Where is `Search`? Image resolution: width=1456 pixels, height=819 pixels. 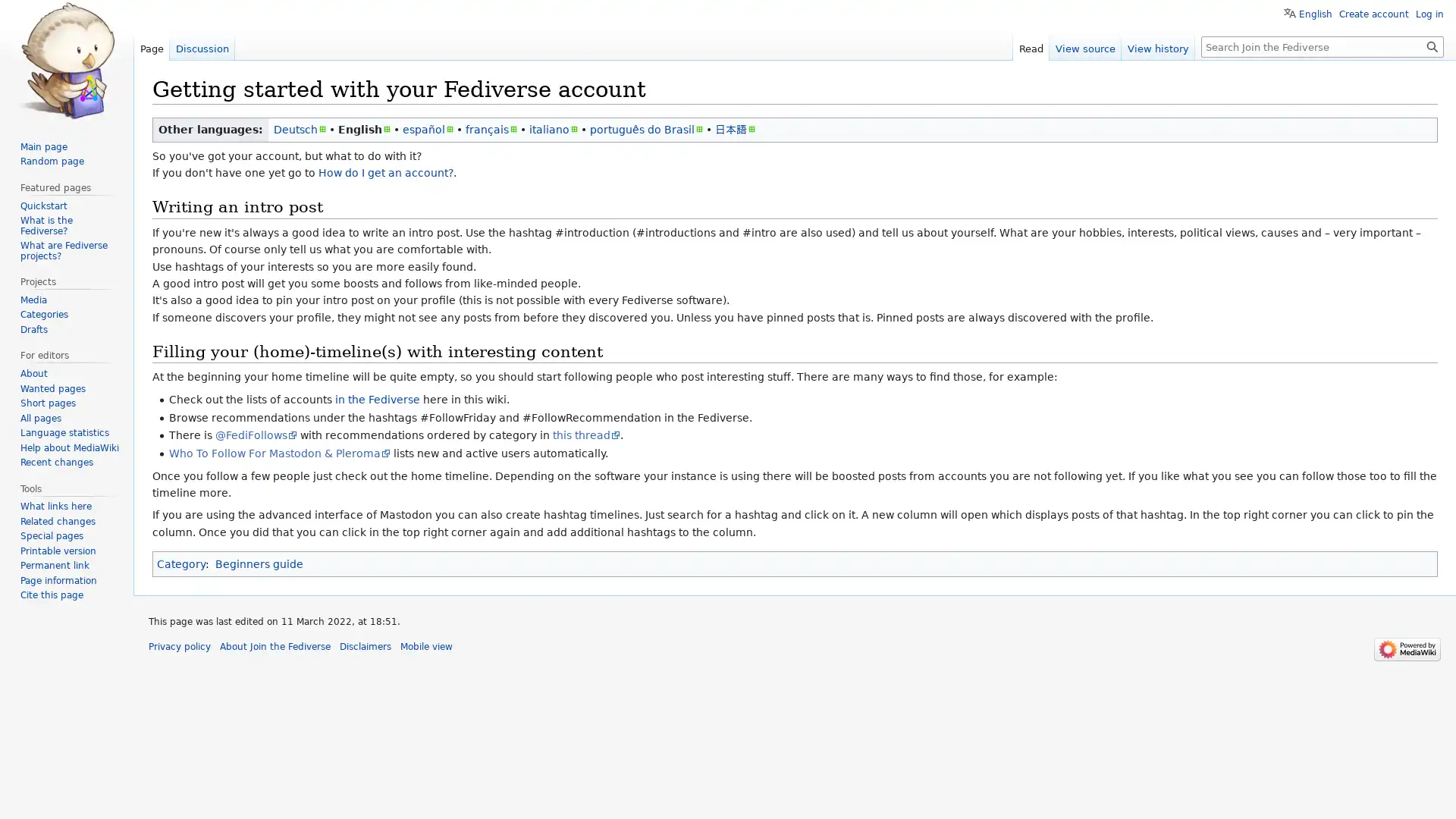
Search is located at coordinates (1432, 45).